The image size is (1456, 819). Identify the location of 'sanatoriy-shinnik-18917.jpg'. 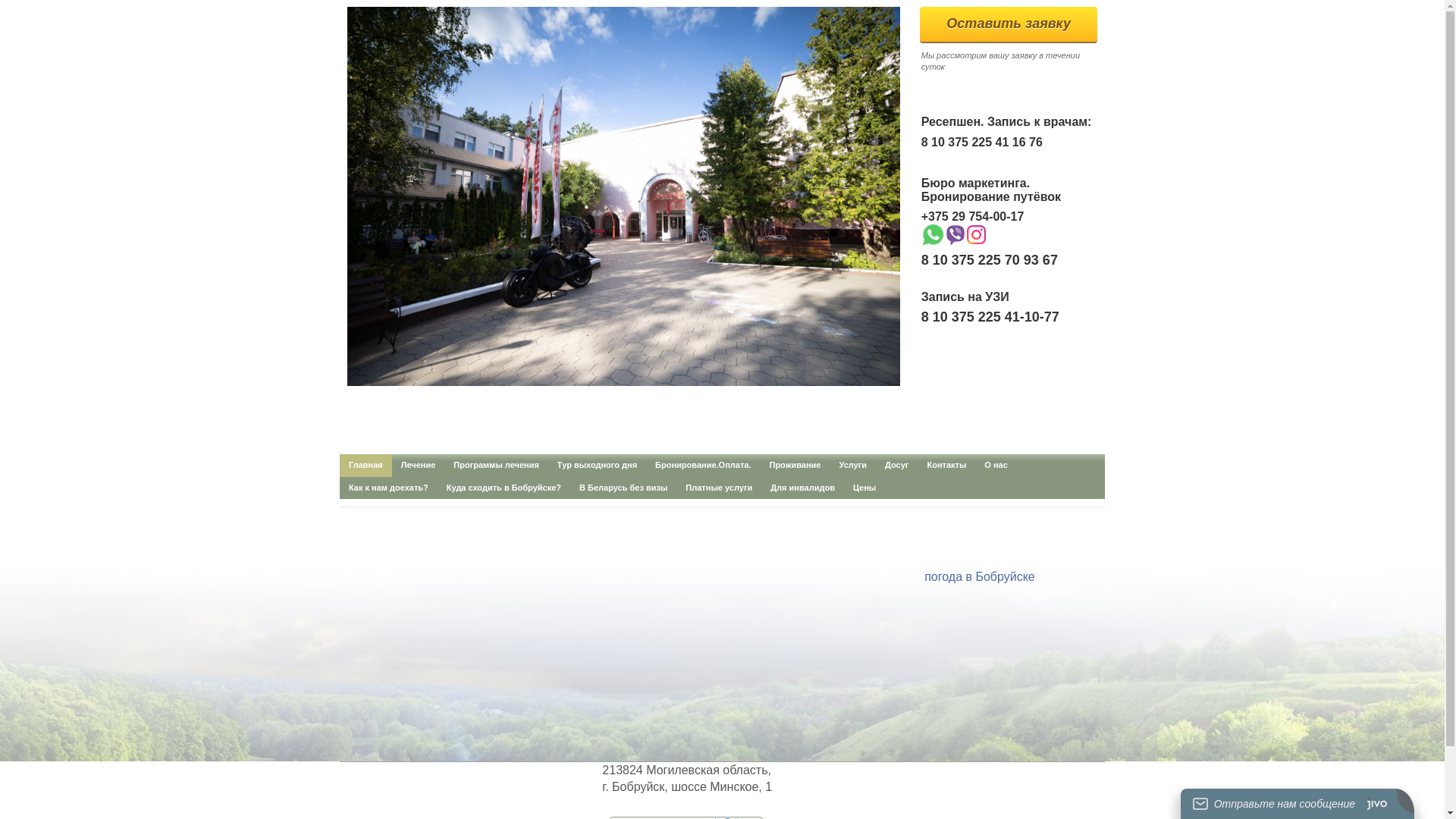
(346, 195).